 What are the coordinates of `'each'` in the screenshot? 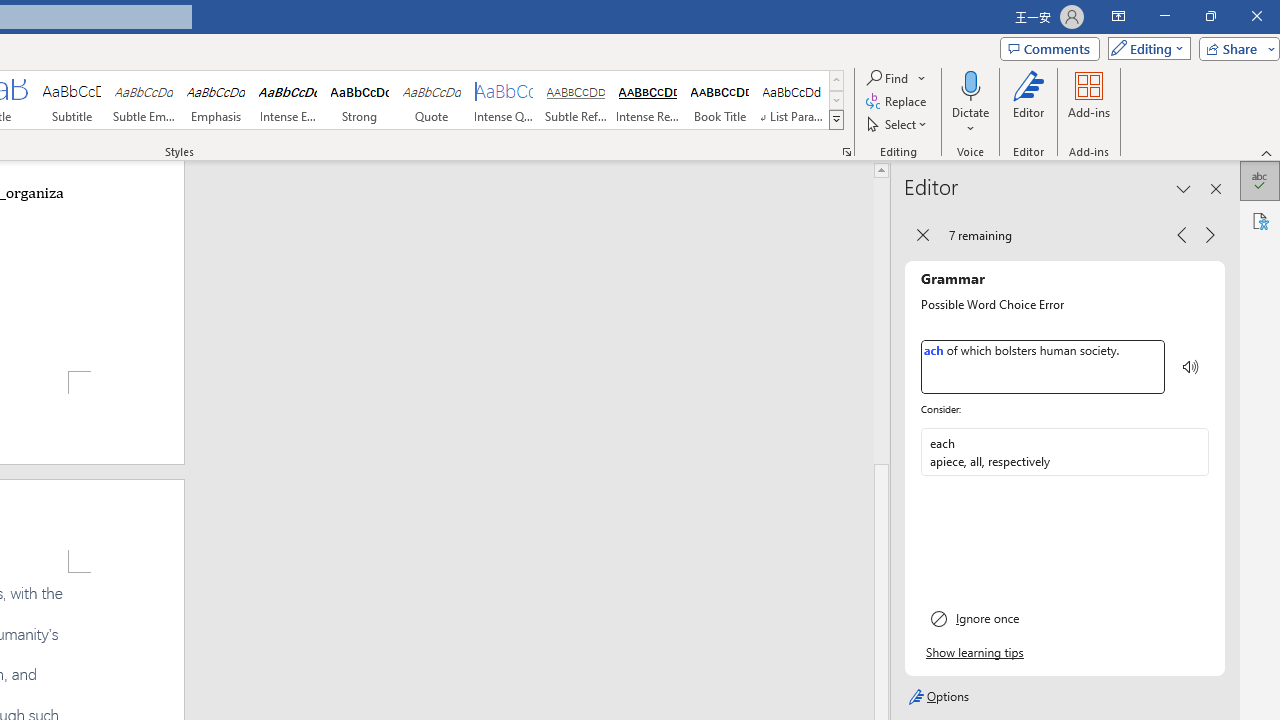 It's located at (1048, 452).